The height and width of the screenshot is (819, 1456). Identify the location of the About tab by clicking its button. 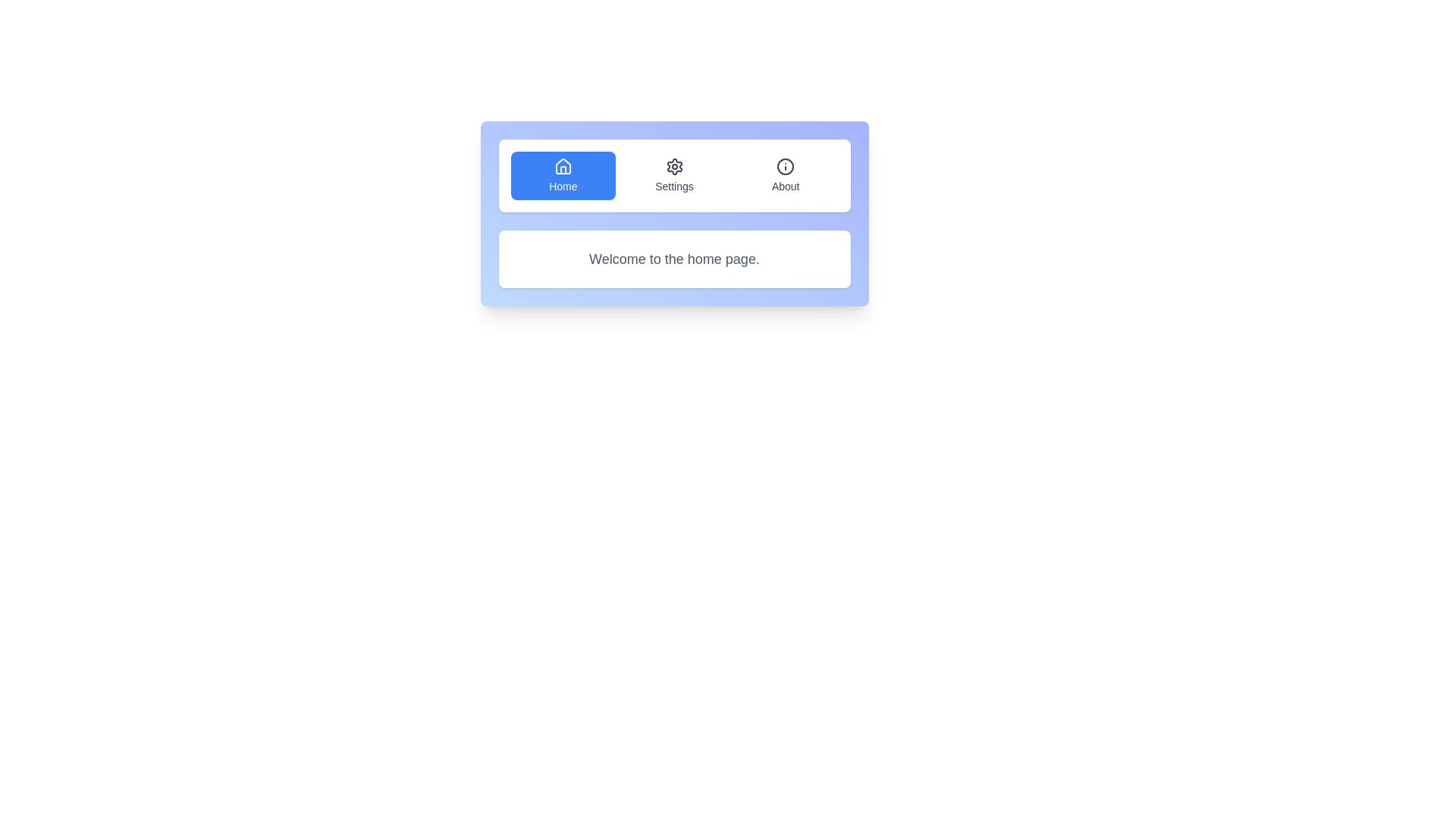
(786, 174).